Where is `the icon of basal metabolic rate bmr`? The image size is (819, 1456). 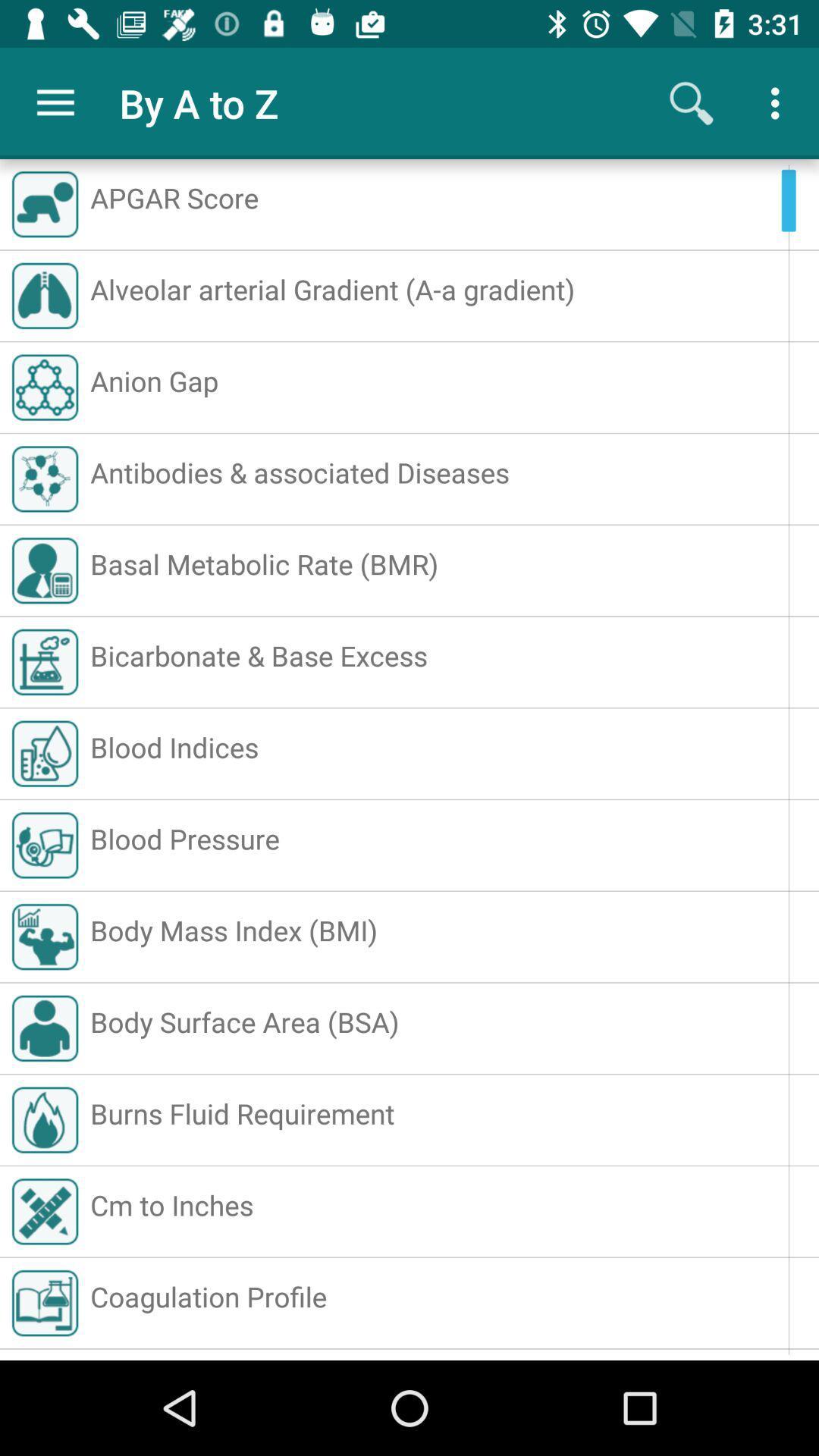 the icon of basal metabolic rate bmr is located at coordinates (45, 570).